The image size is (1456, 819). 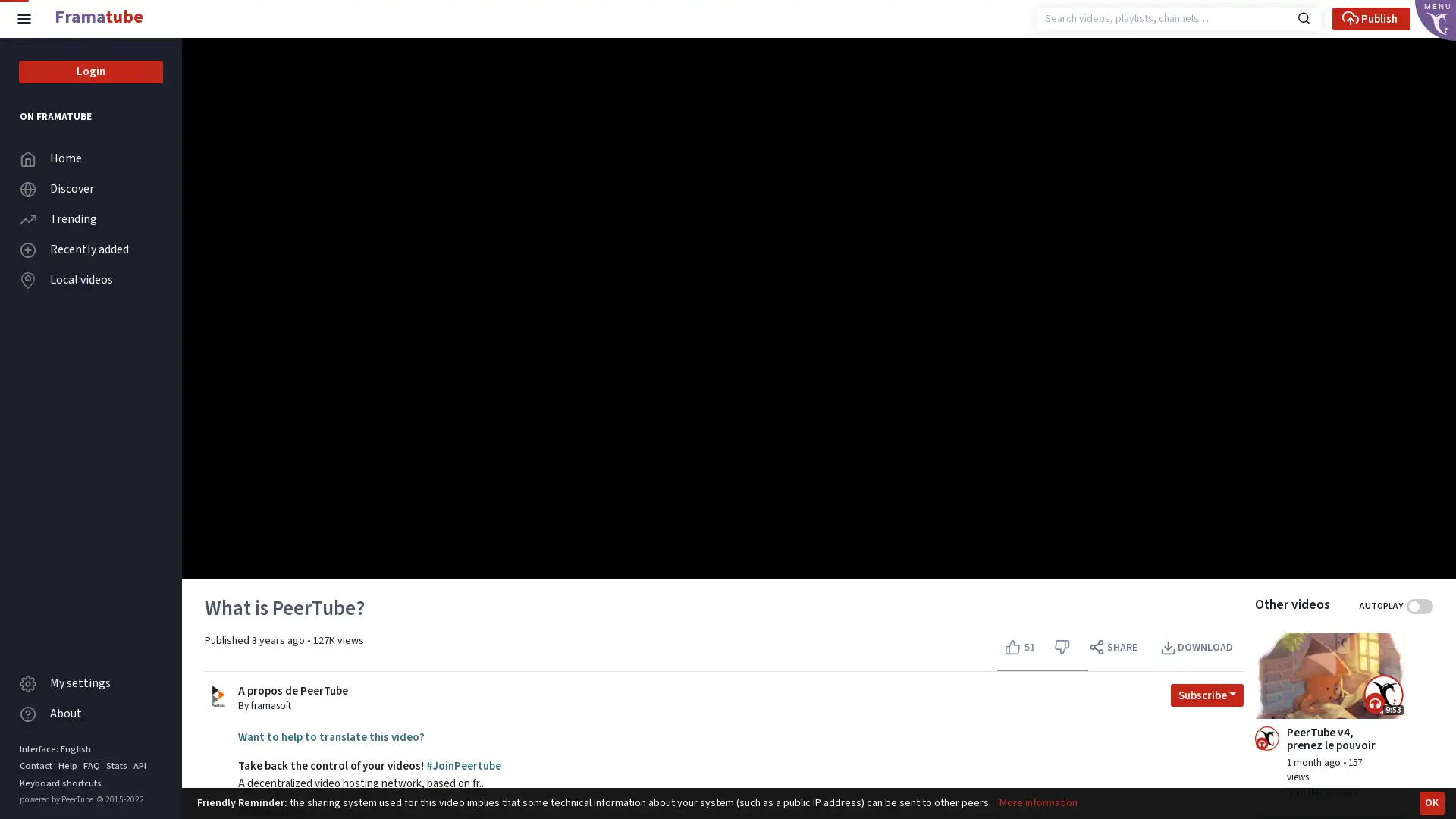 I want to click on Like this video, so click(x=1021, y=647).